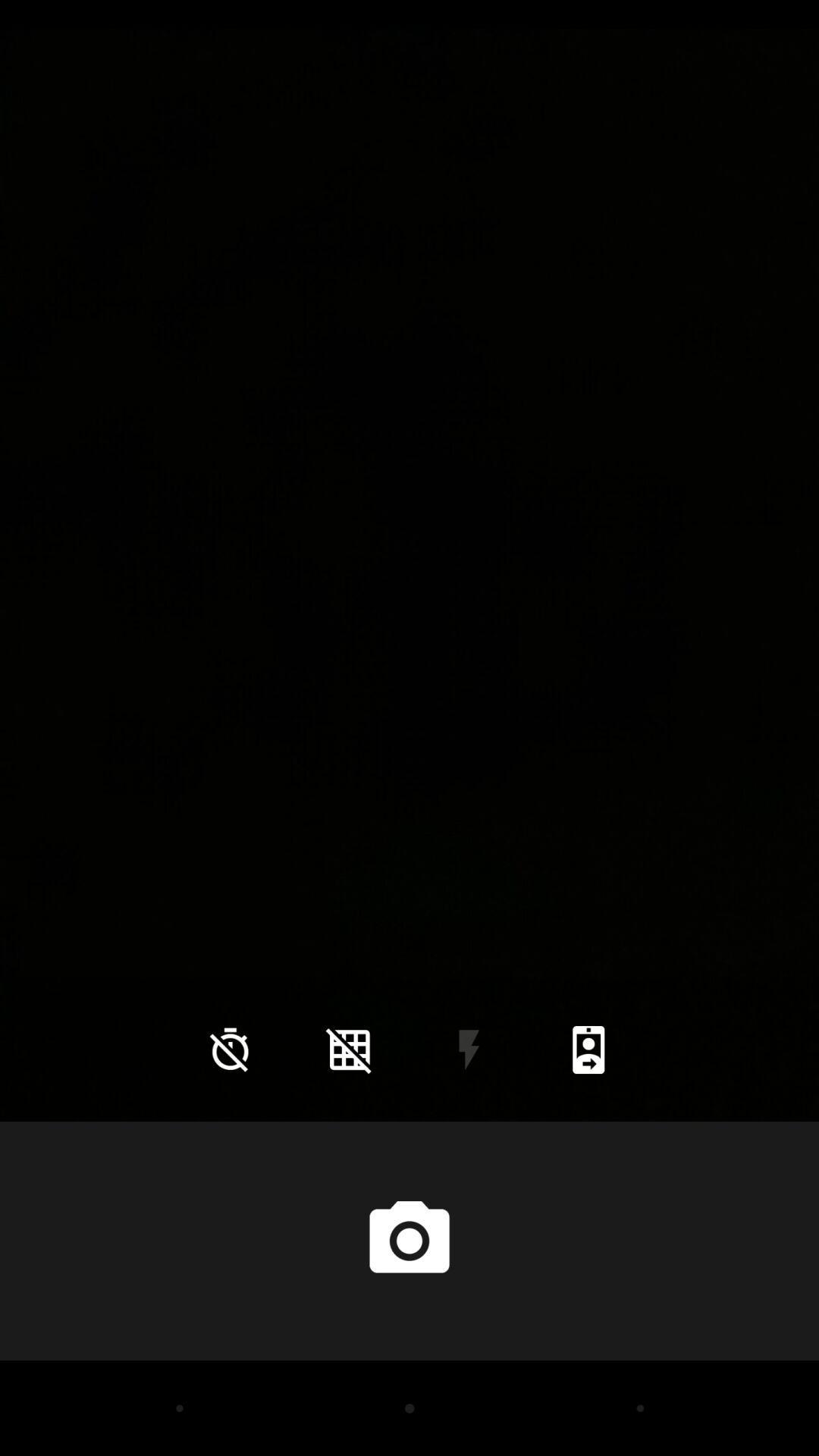  What do you see at coordinates (588, 1049) in the screenshot?
I see `the icon at the bottom right corner` at bounding box center [588, 1049].